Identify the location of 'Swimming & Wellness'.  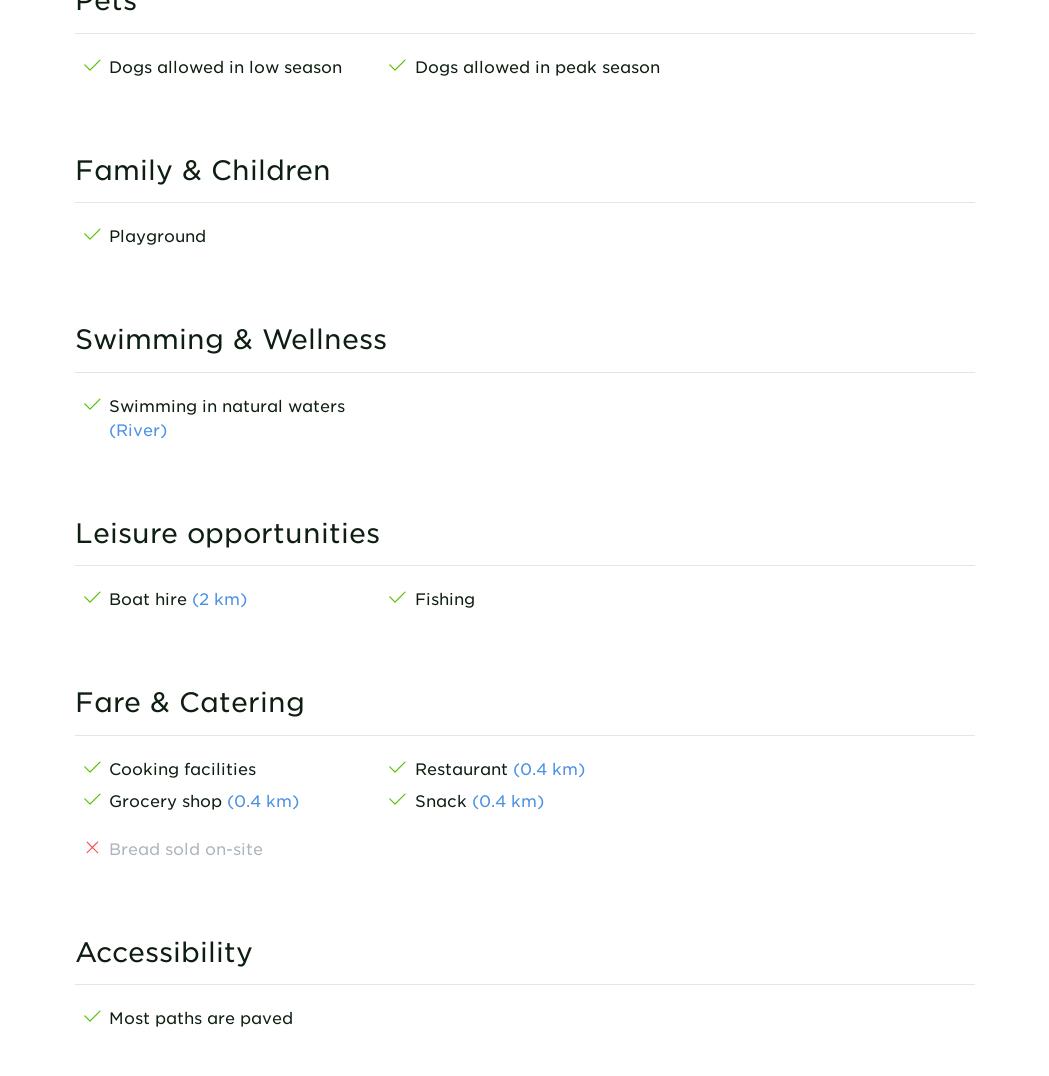
(73, 338).